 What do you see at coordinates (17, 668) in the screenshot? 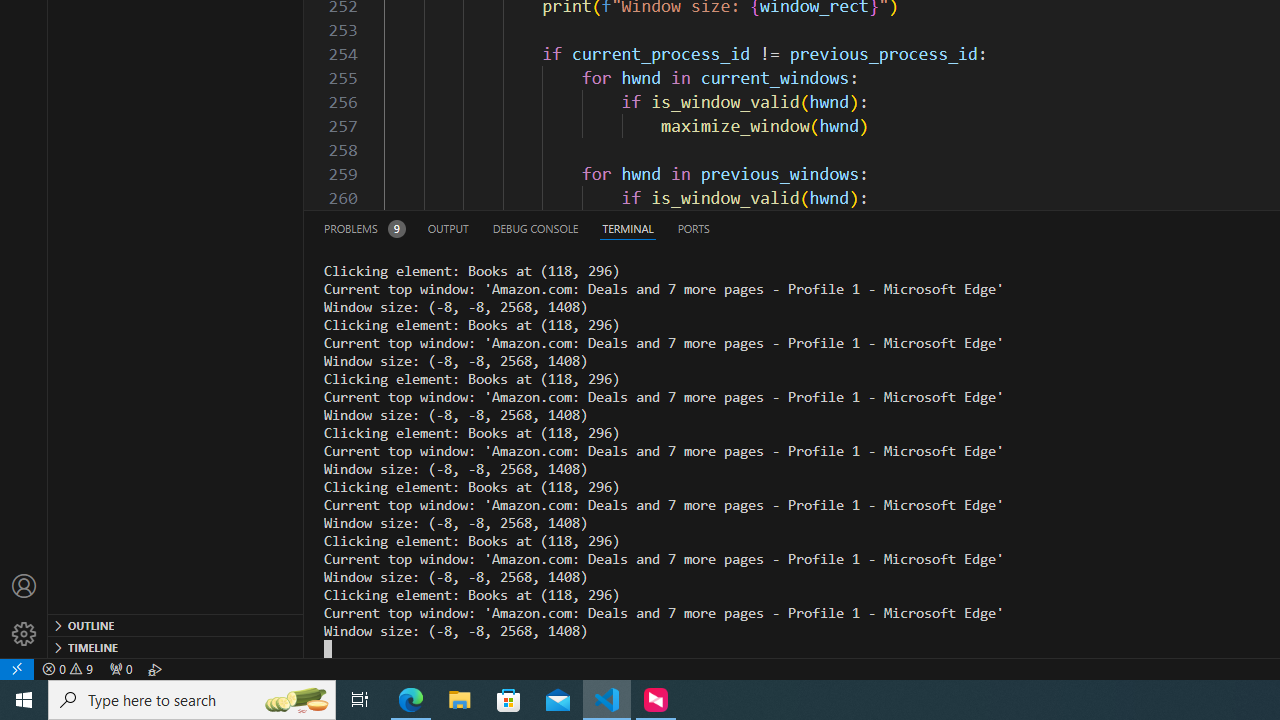
I see `'remote'` at bounding box center [17, 668].